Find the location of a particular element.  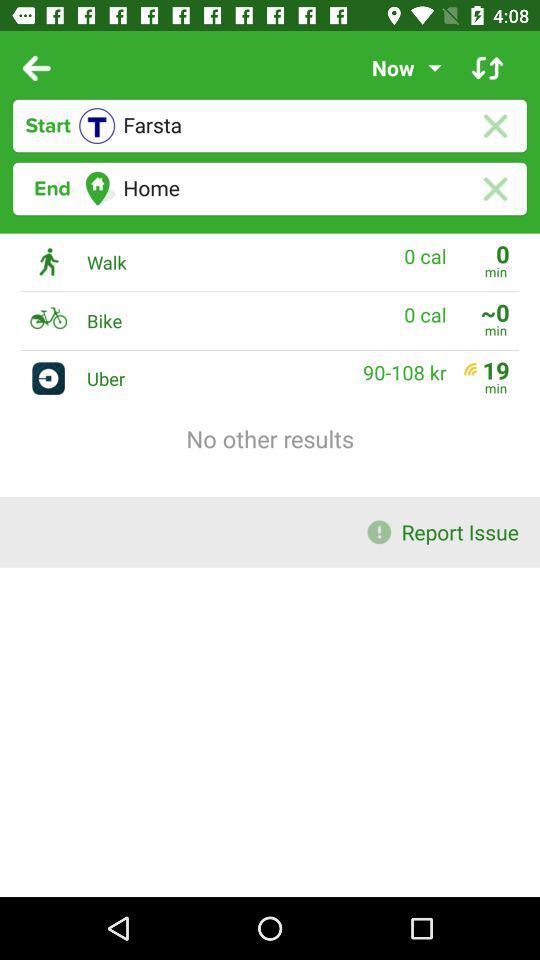

cancel text is located at coordinates (494, 125).